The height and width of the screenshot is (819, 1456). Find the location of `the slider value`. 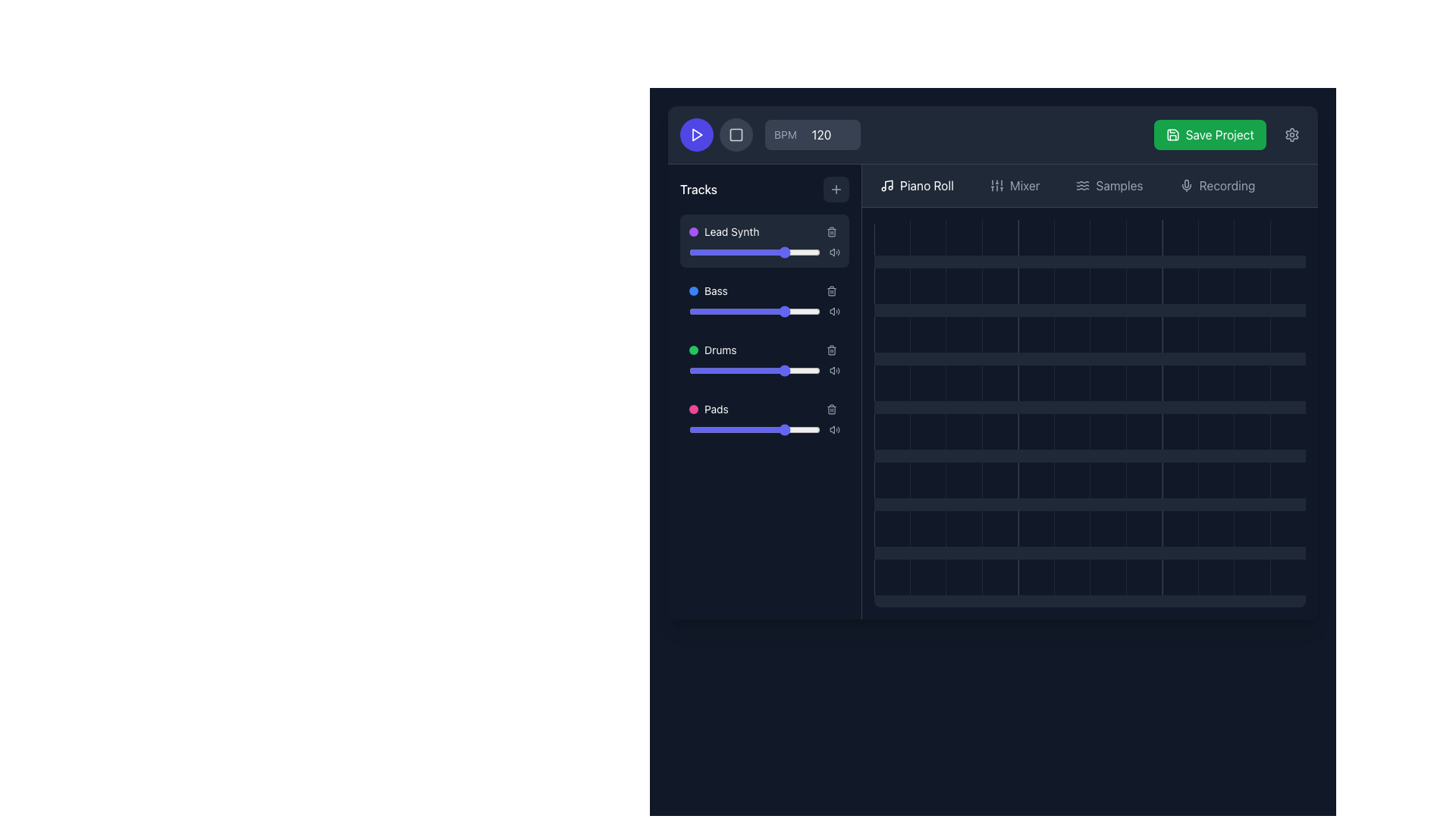

the slider value is located at coordinates (735, 251).